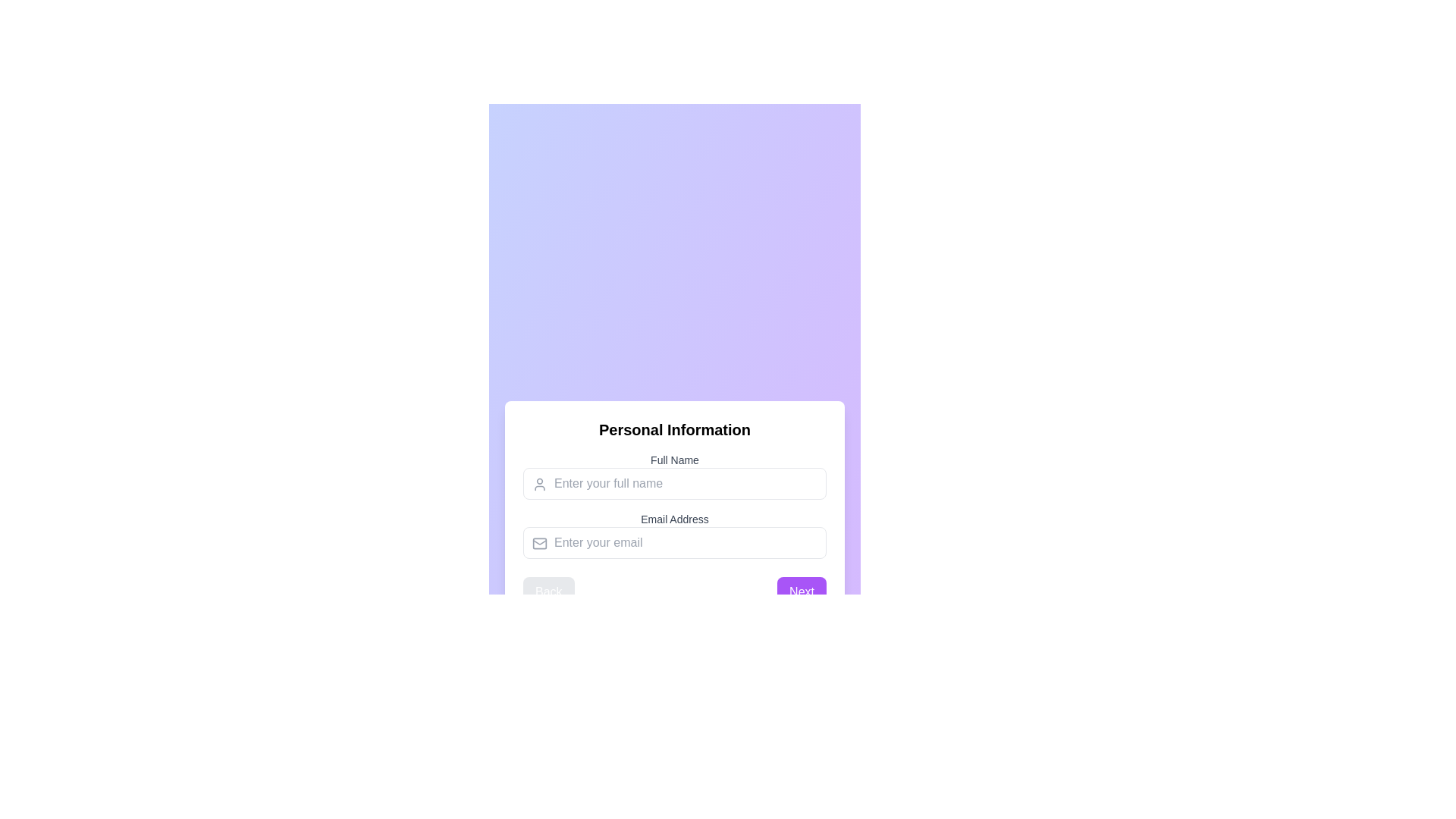  Describe the element at coordinates (673, 534) in the screenshot. I see `the email input field, which has a placeholder saying 'Enter your email' and is positioned below the 'Full Name' field in the 'Personal Information' section` at that location.